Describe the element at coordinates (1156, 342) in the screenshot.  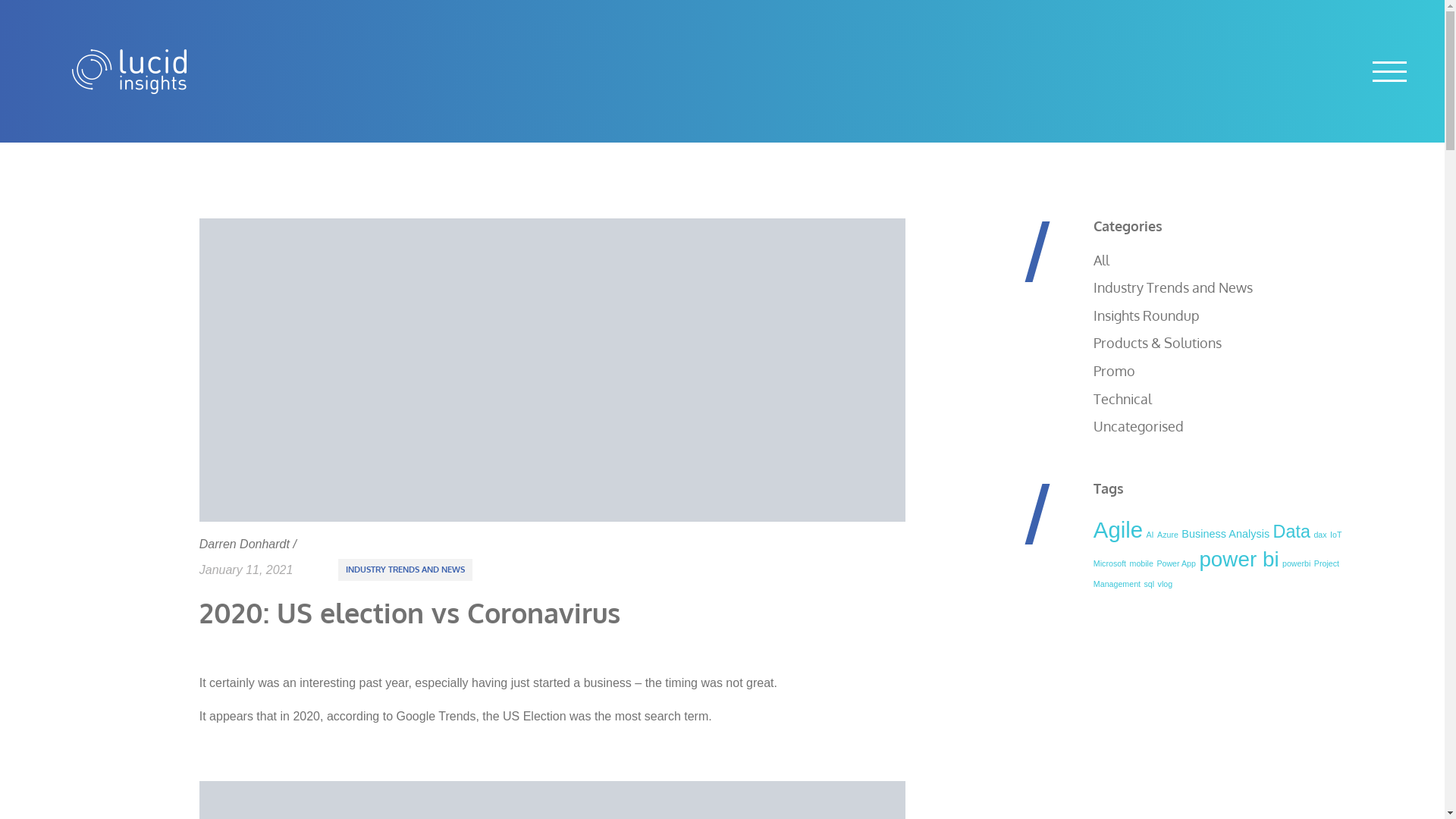
I see `'Products & Solutions'` at that location.